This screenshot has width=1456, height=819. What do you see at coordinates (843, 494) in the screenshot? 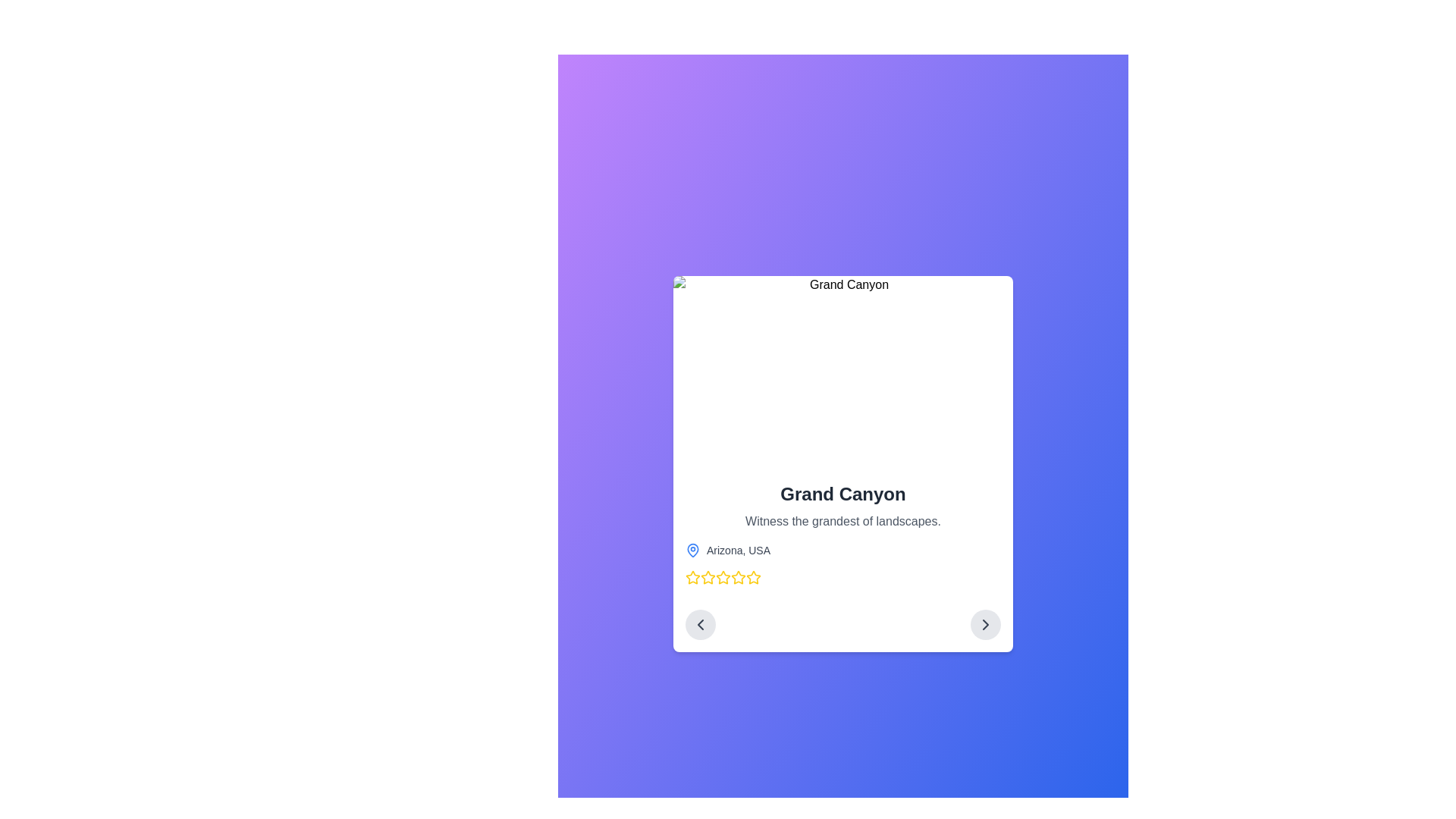
I see `the text label displaying 'Grand Canyon', which is styled in bold, large font and positioned above the description text 'Witness the grandest of landscapes.'` at bounding box center [843, 494].